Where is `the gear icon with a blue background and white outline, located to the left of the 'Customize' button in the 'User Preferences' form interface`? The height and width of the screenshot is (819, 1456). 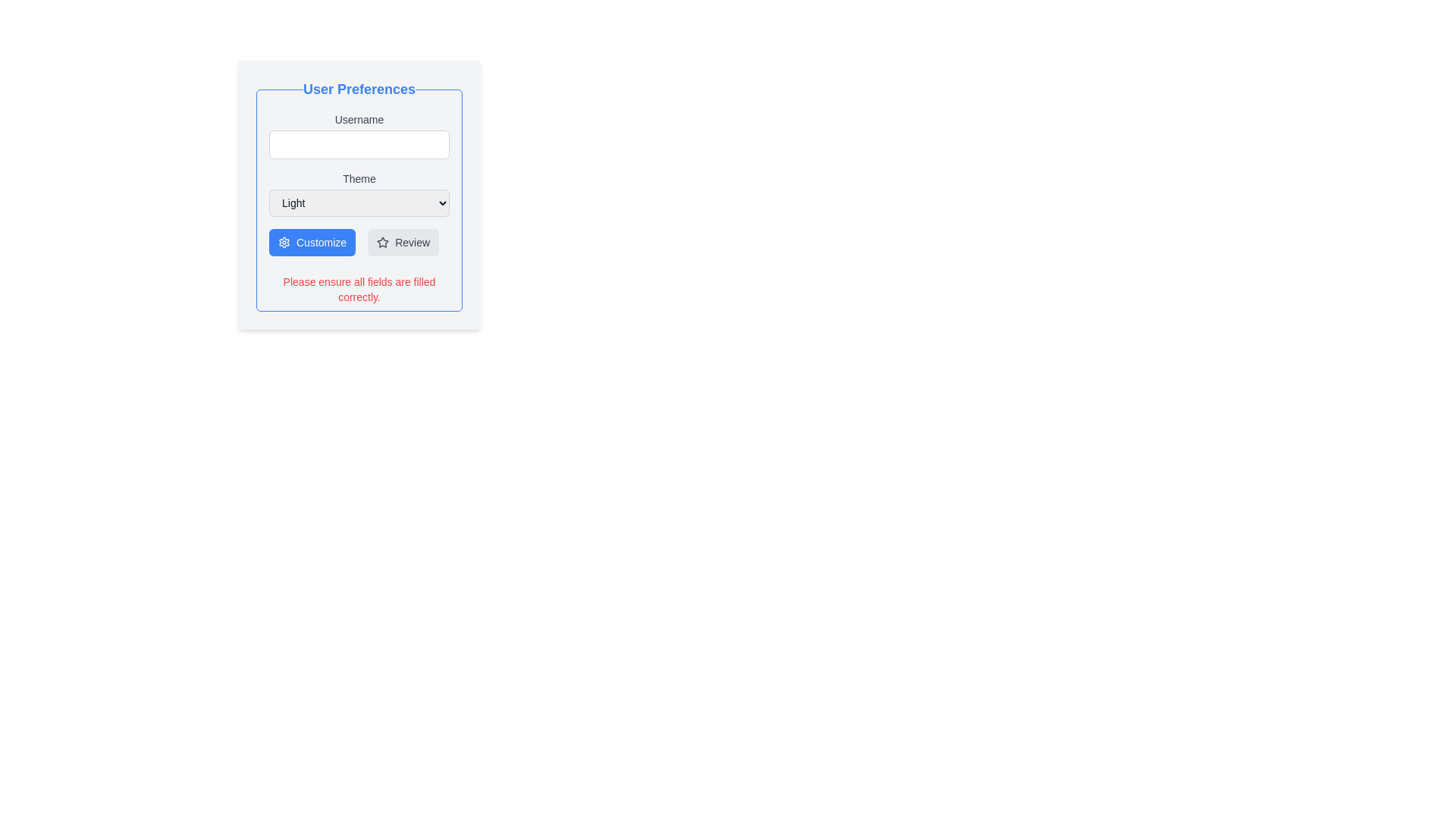 the gear icon with a blue background and white outline, located to the left of the 'Customize' button in the 'User Preferences' form interface is located at coordinates (284, 242).